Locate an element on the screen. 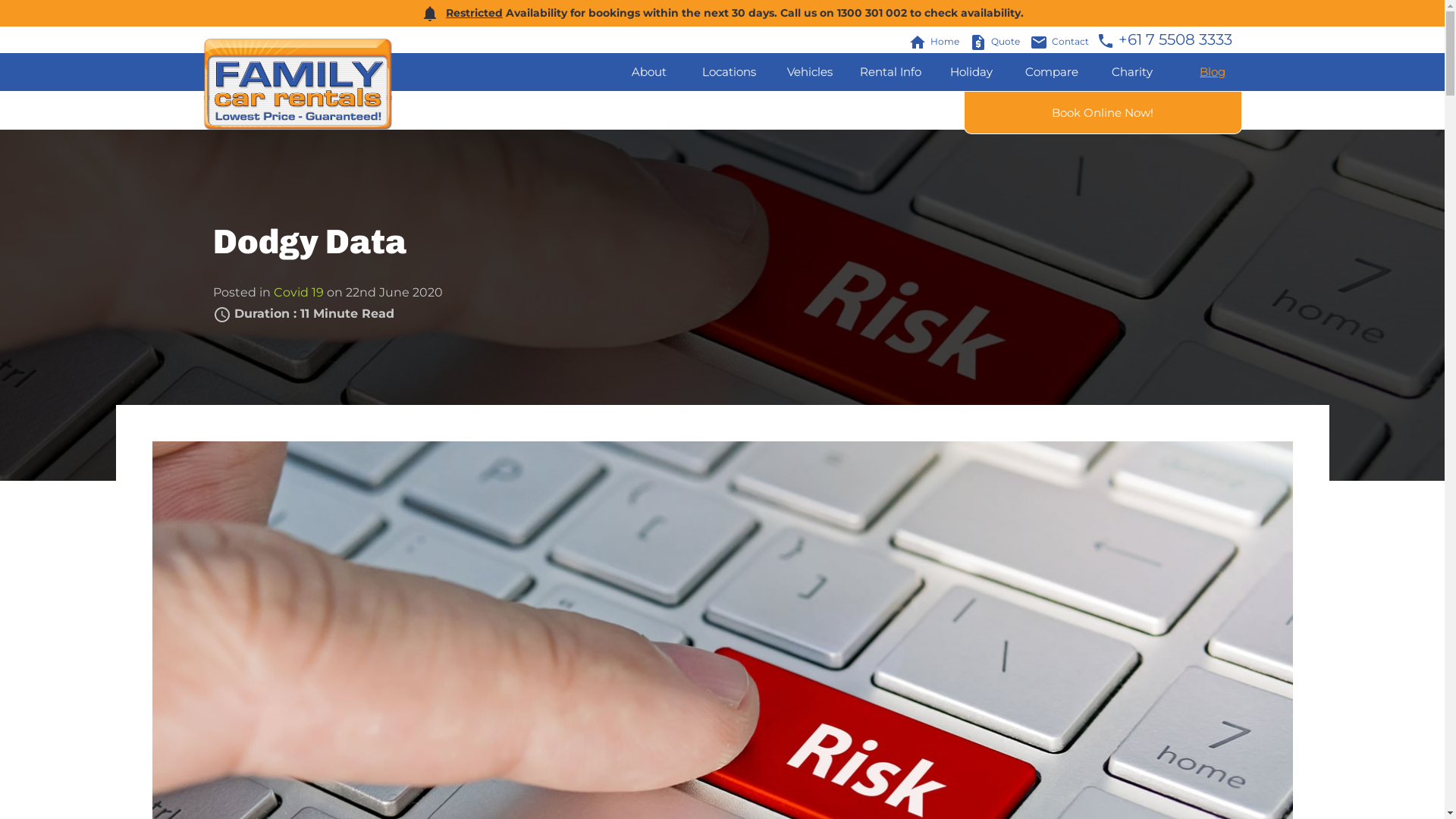 The image size is (1456, 819). 'Covid 19' is located at coordinates (298, 292).